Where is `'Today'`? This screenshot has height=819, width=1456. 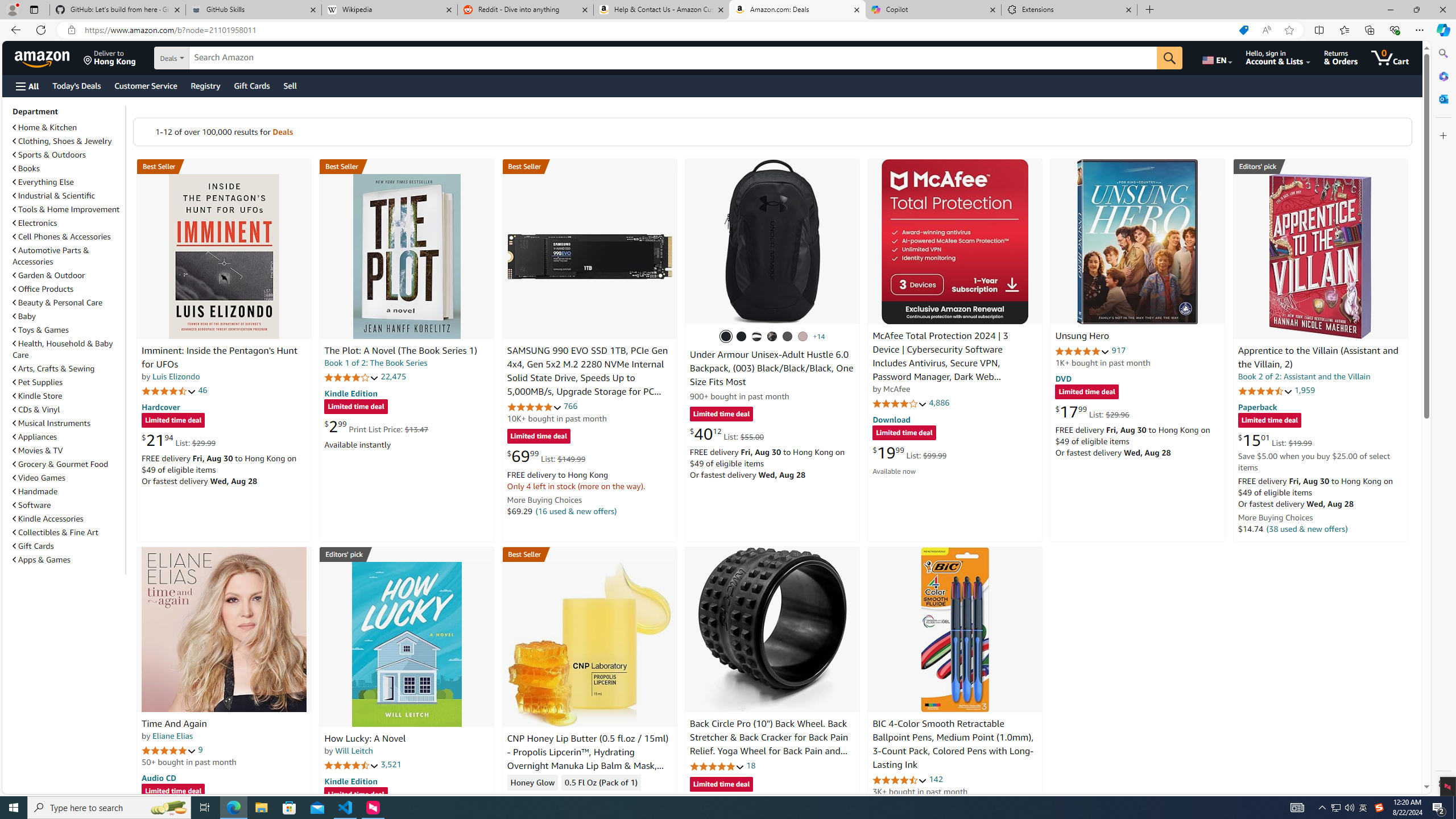 'Today' is located at coordinates (76, 85).